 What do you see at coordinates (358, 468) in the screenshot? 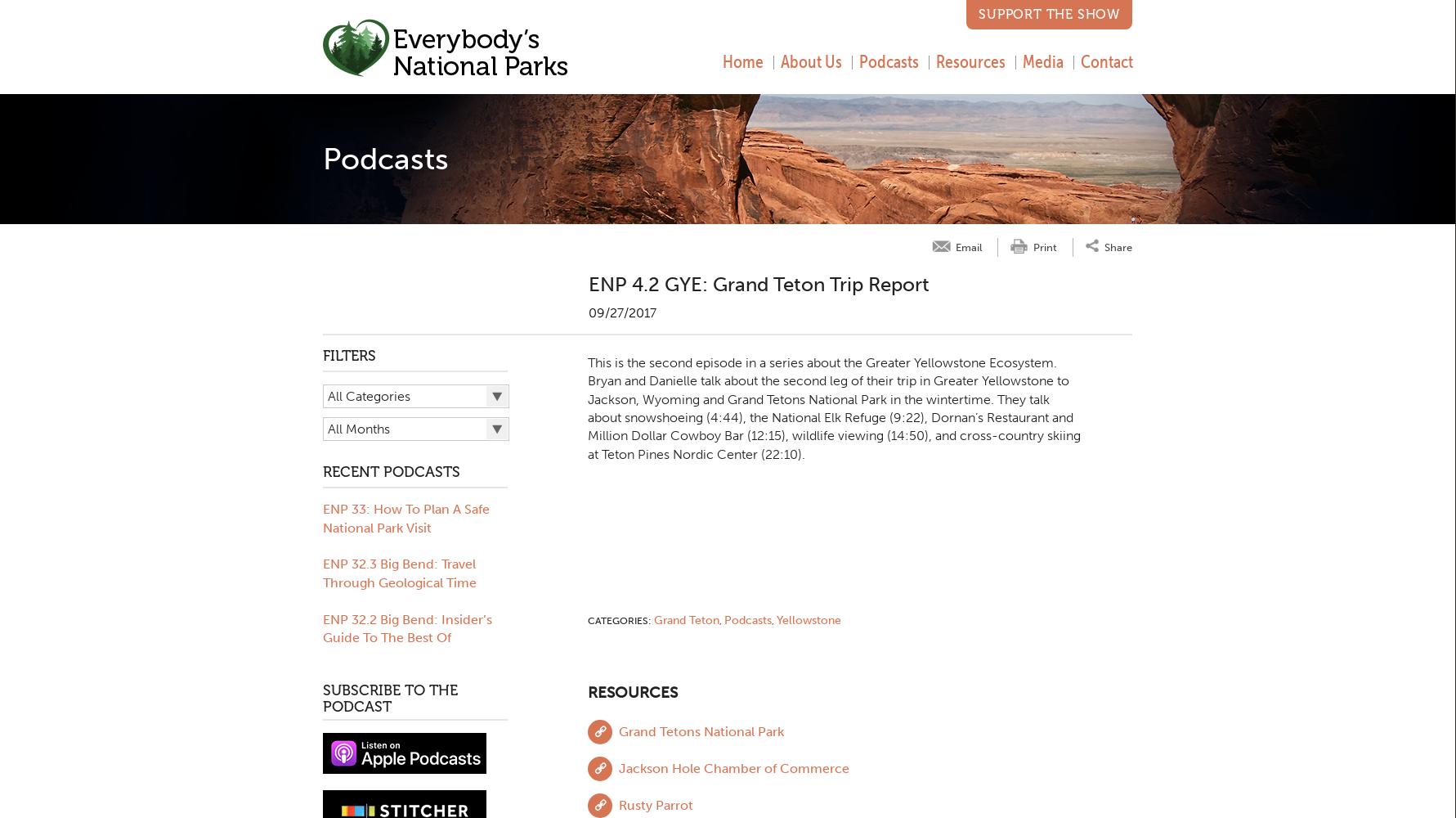
I see `'August 2020'` at bounding box center [358, 468].